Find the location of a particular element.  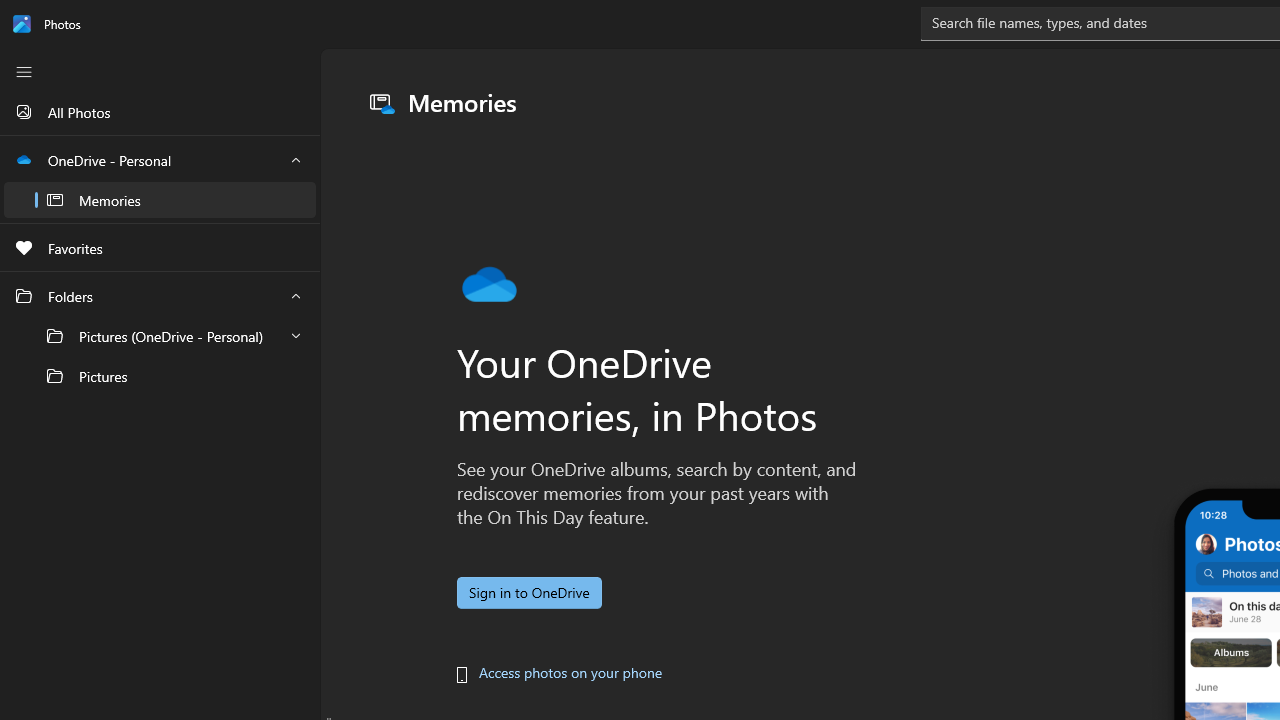

'Favorites' is located at coordinates (160, 246).